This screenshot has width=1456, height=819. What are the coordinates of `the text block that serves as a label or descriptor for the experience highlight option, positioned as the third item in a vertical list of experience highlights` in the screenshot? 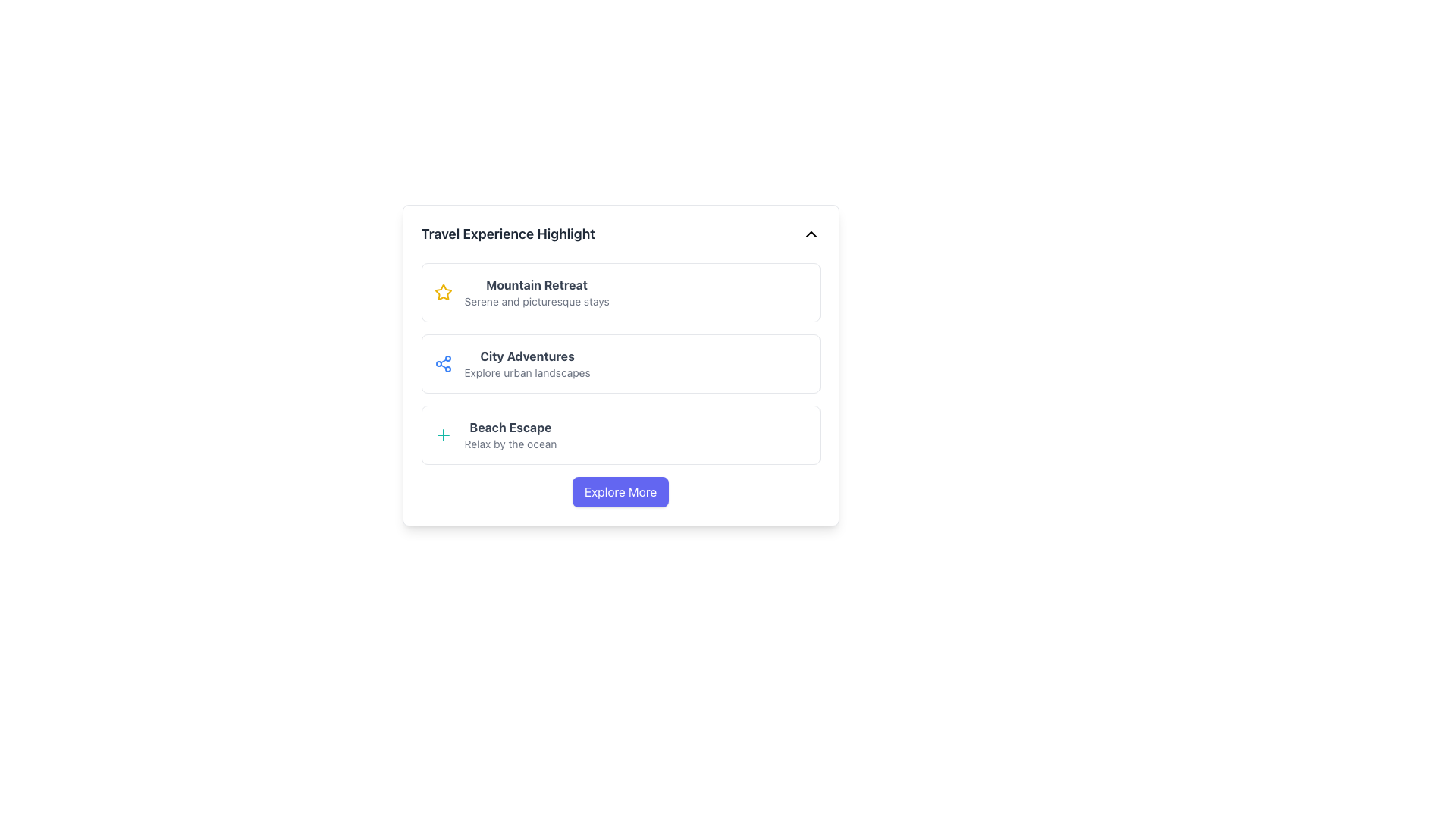 It's located at (510, 435).